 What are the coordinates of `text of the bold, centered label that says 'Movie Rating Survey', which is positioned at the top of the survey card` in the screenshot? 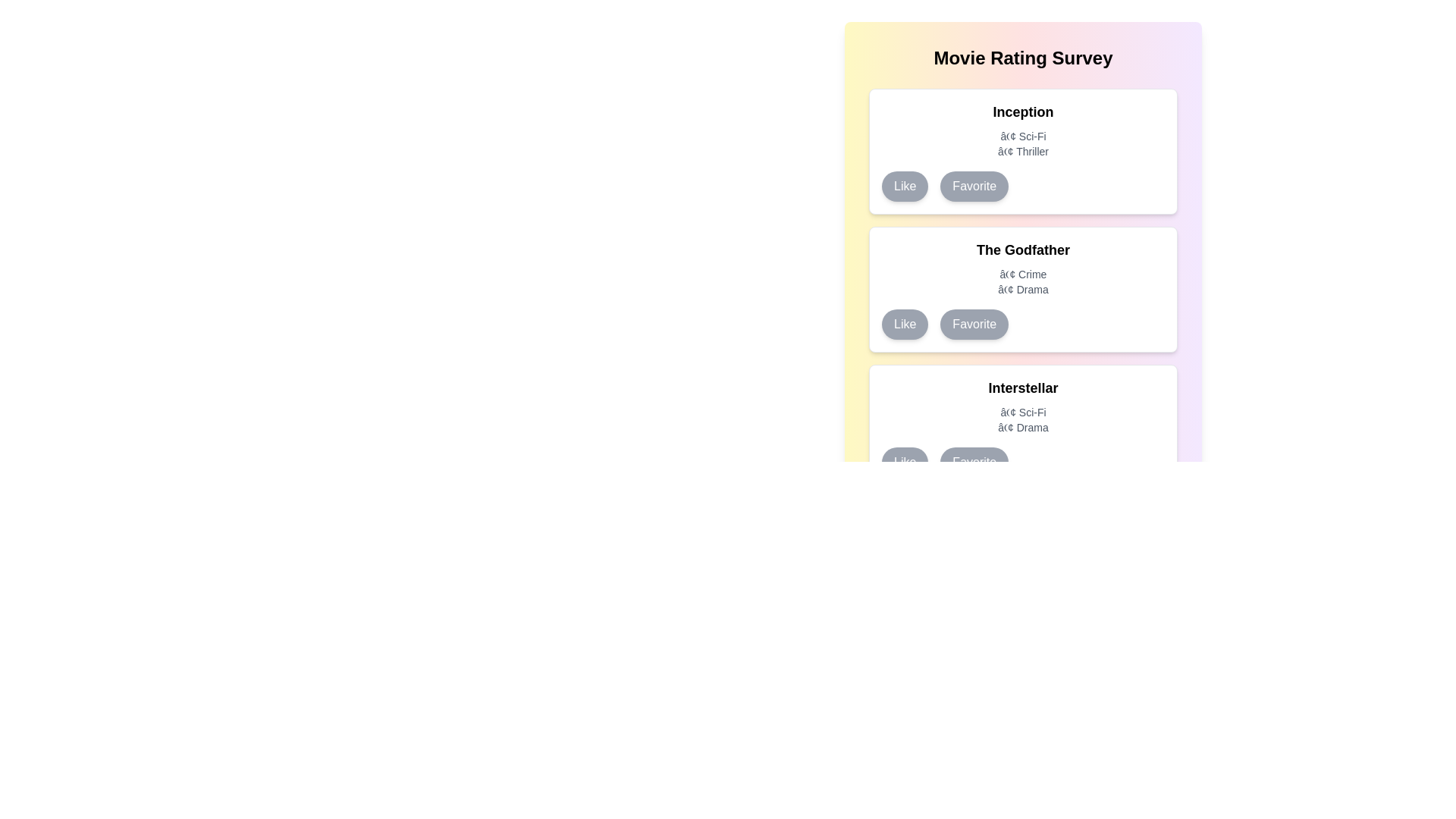 It's located at (1023, 58).